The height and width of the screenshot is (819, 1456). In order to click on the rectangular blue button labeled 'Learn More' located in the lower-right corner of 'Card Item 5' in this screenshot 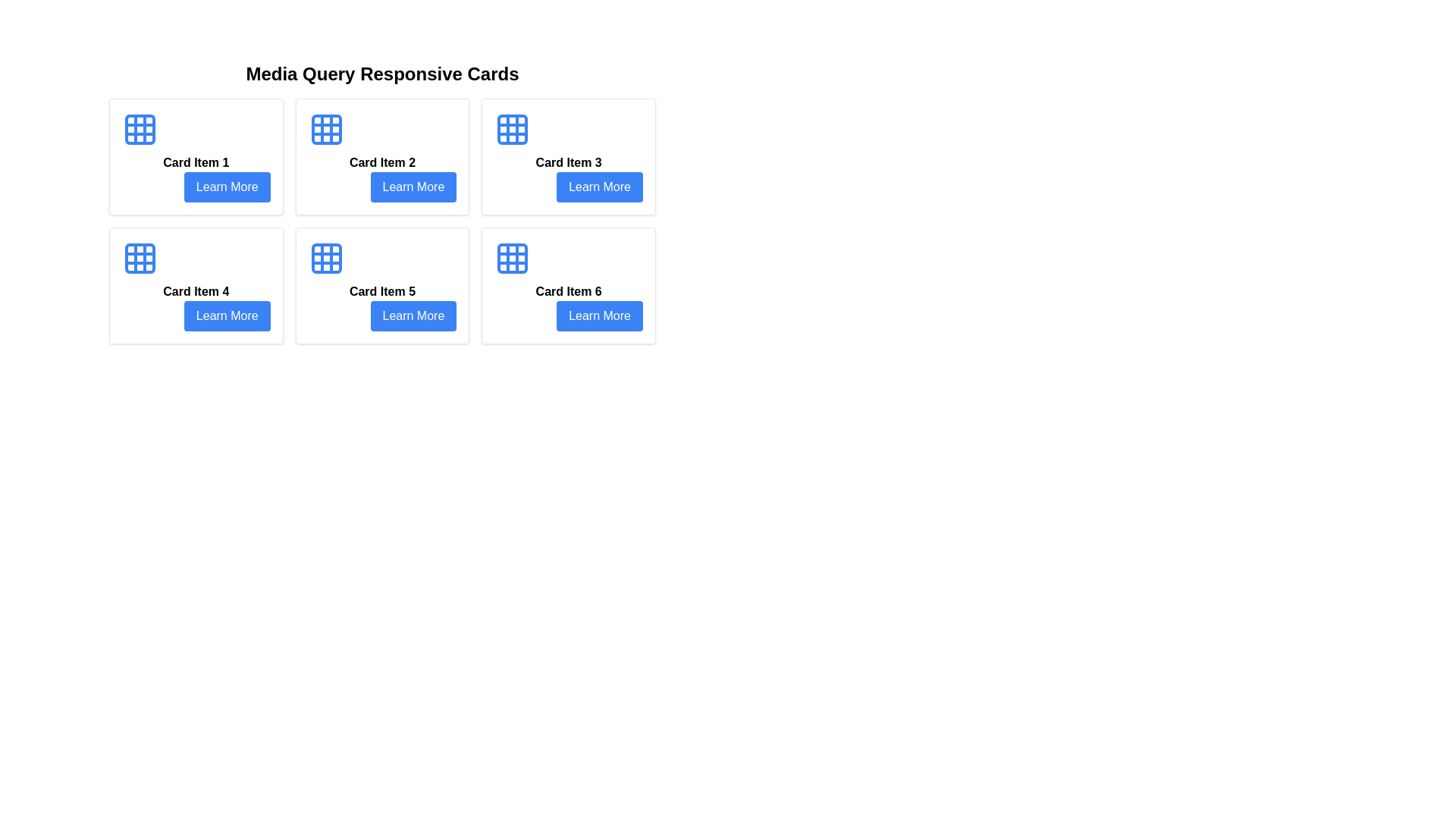, I will do `click(413, 315)`.